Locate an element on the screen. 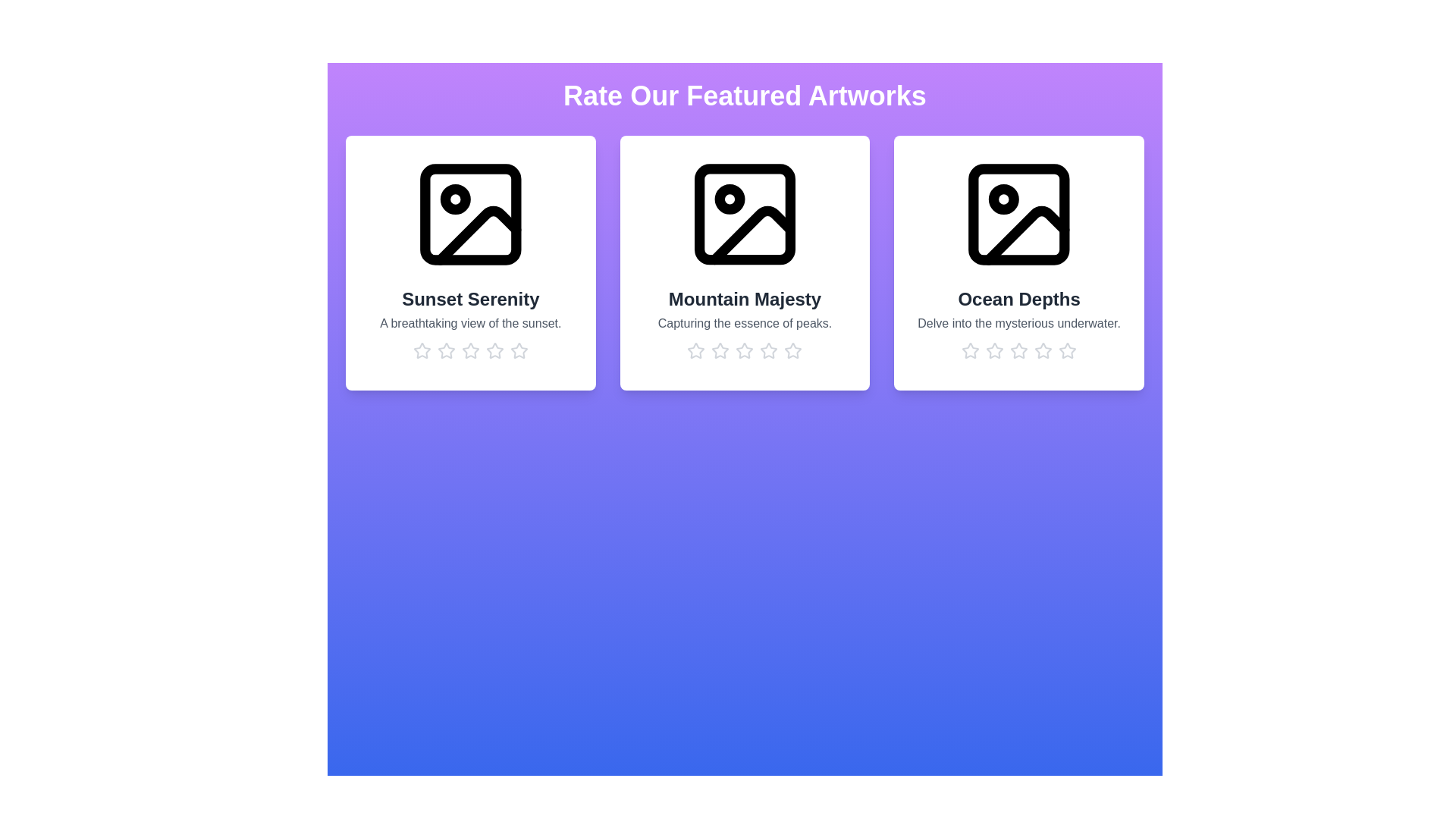 The width and height of the screenshot is (1456, 819). the rating for the artwork 'Ocean Depths' to 5 stars is located at coordinates (1067, 350).